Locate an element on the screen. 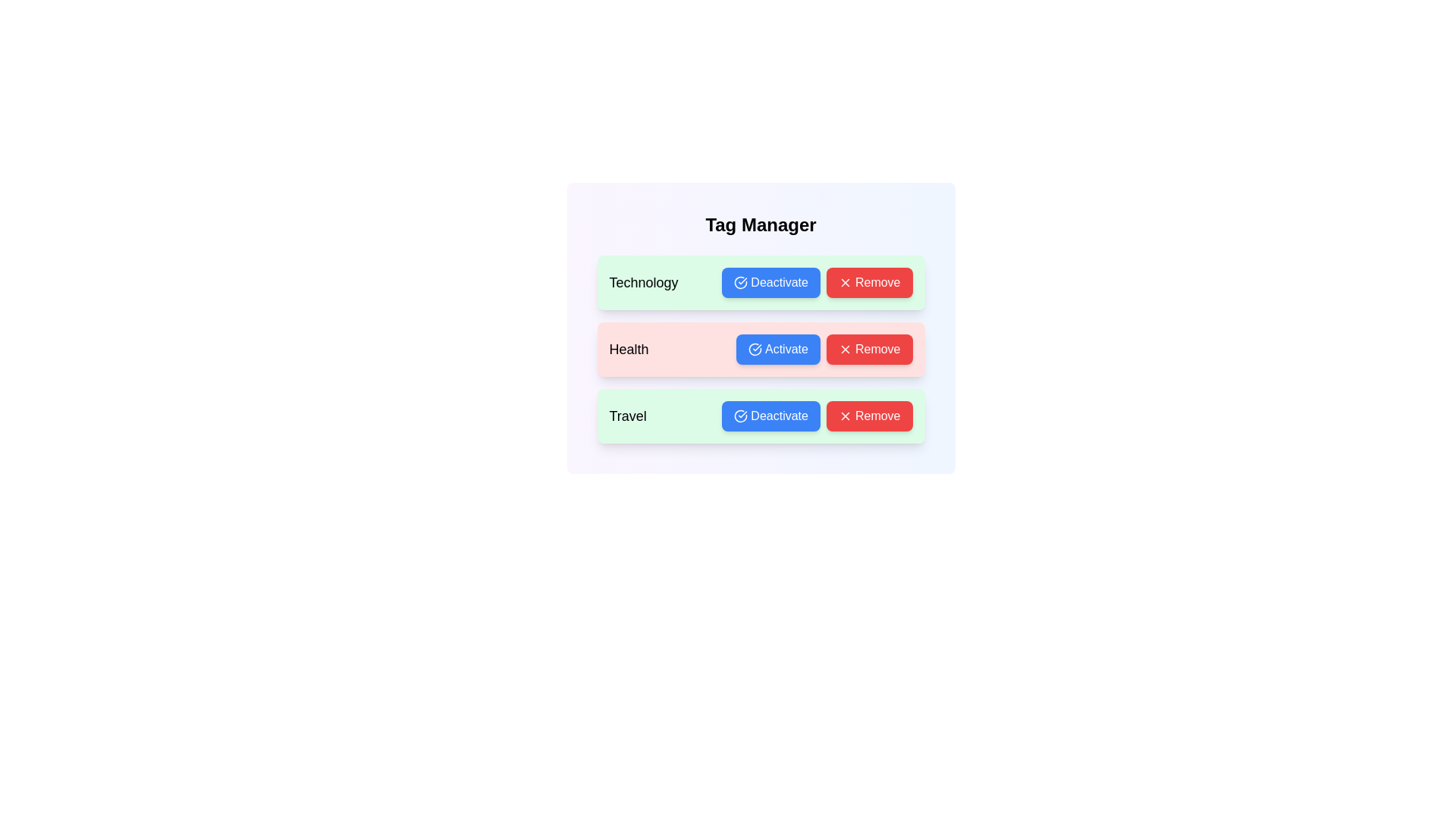 The height and width of the screenshot is (819, 1456). the tag with name Travel is located at coordinates (771, 416).